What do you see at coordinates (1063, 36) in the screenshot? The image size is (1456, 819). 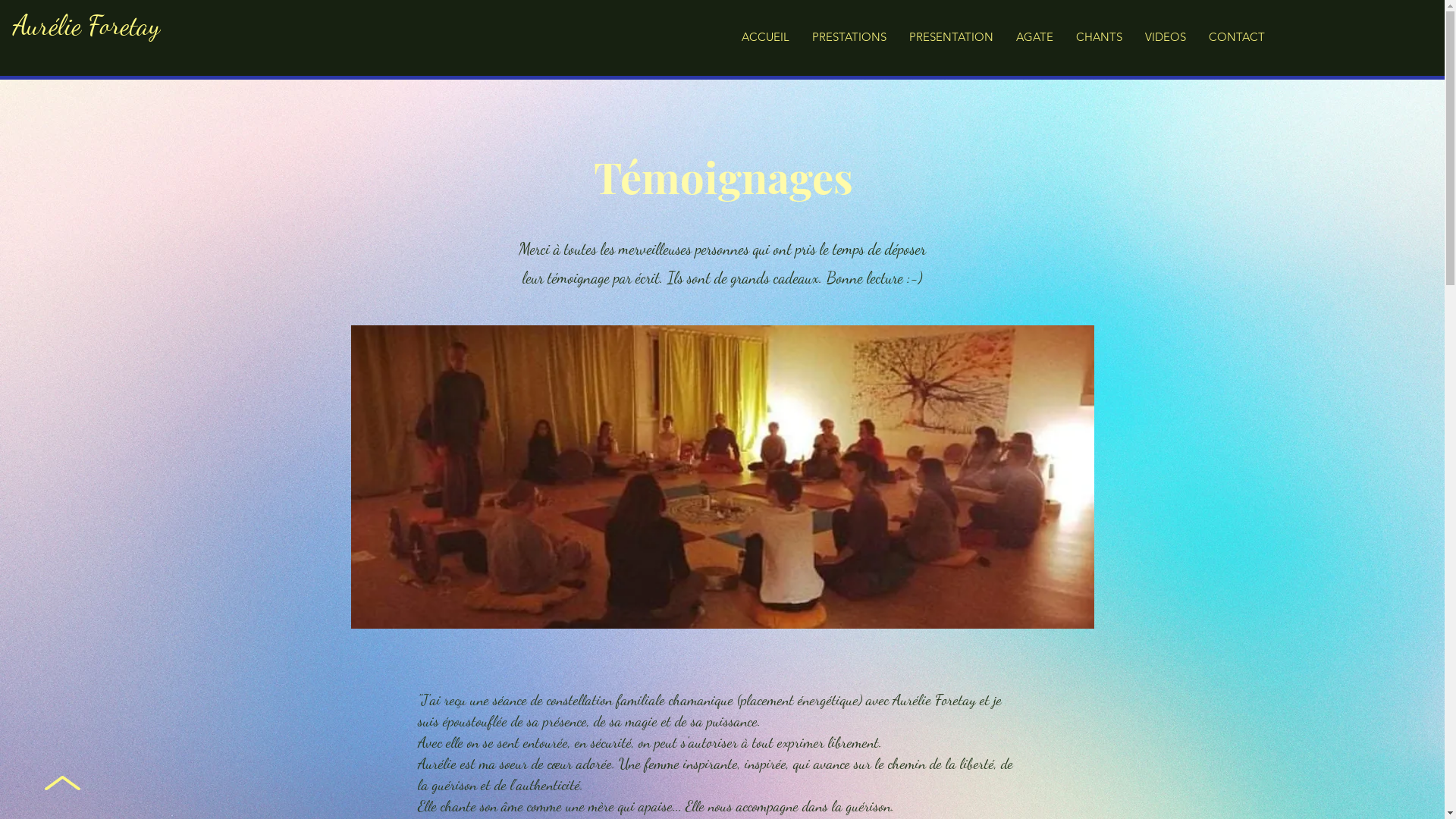 I see `'CHANTS'` at bounding box center [1063, 36].